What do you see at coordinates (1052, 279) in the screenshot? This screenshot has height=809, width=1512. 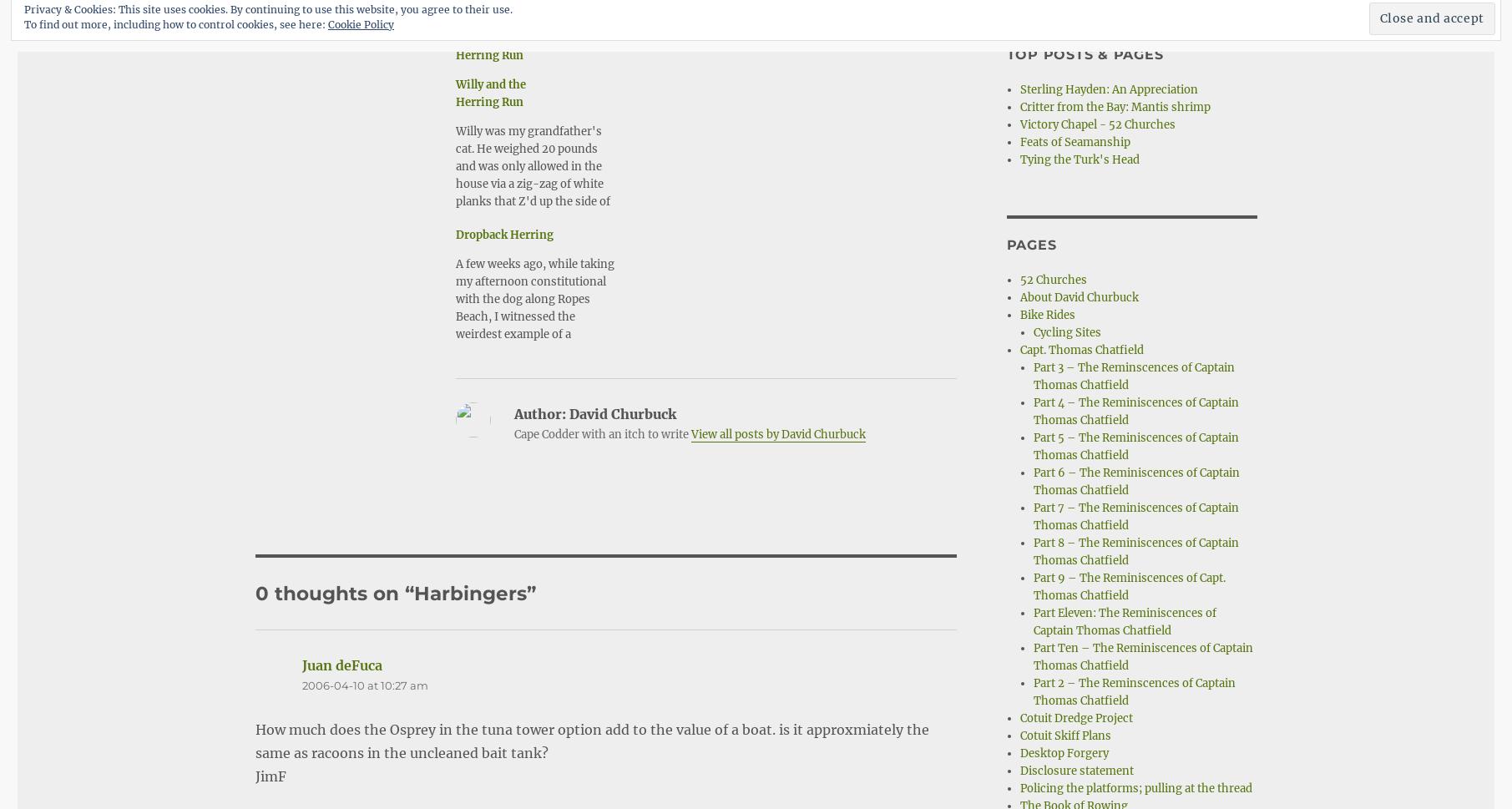 I see `'52 Churches'` at bounding box center [1052, 279].